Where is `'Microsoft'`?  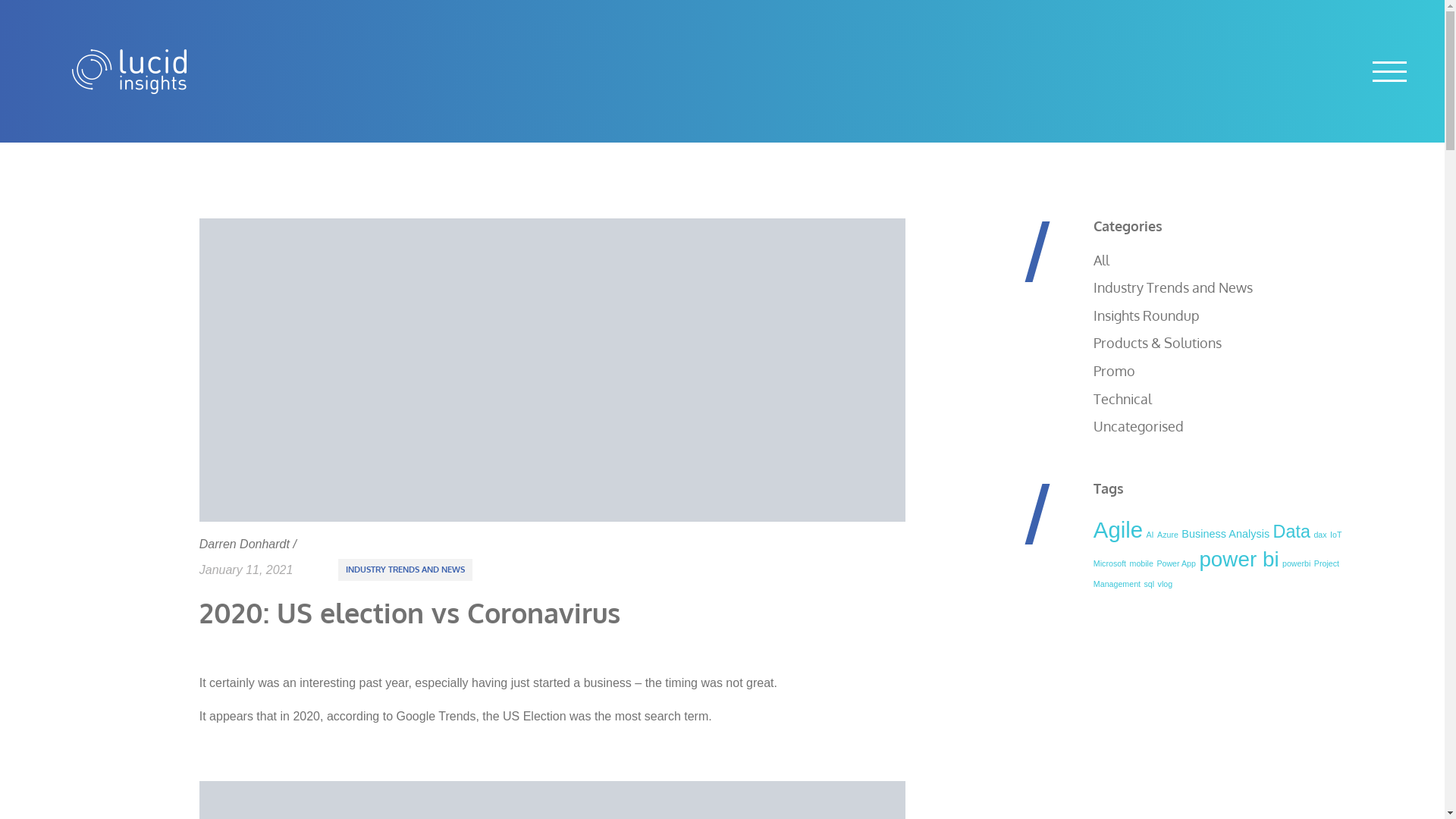 'Microsoft' is located at coordinates (1093, 563).